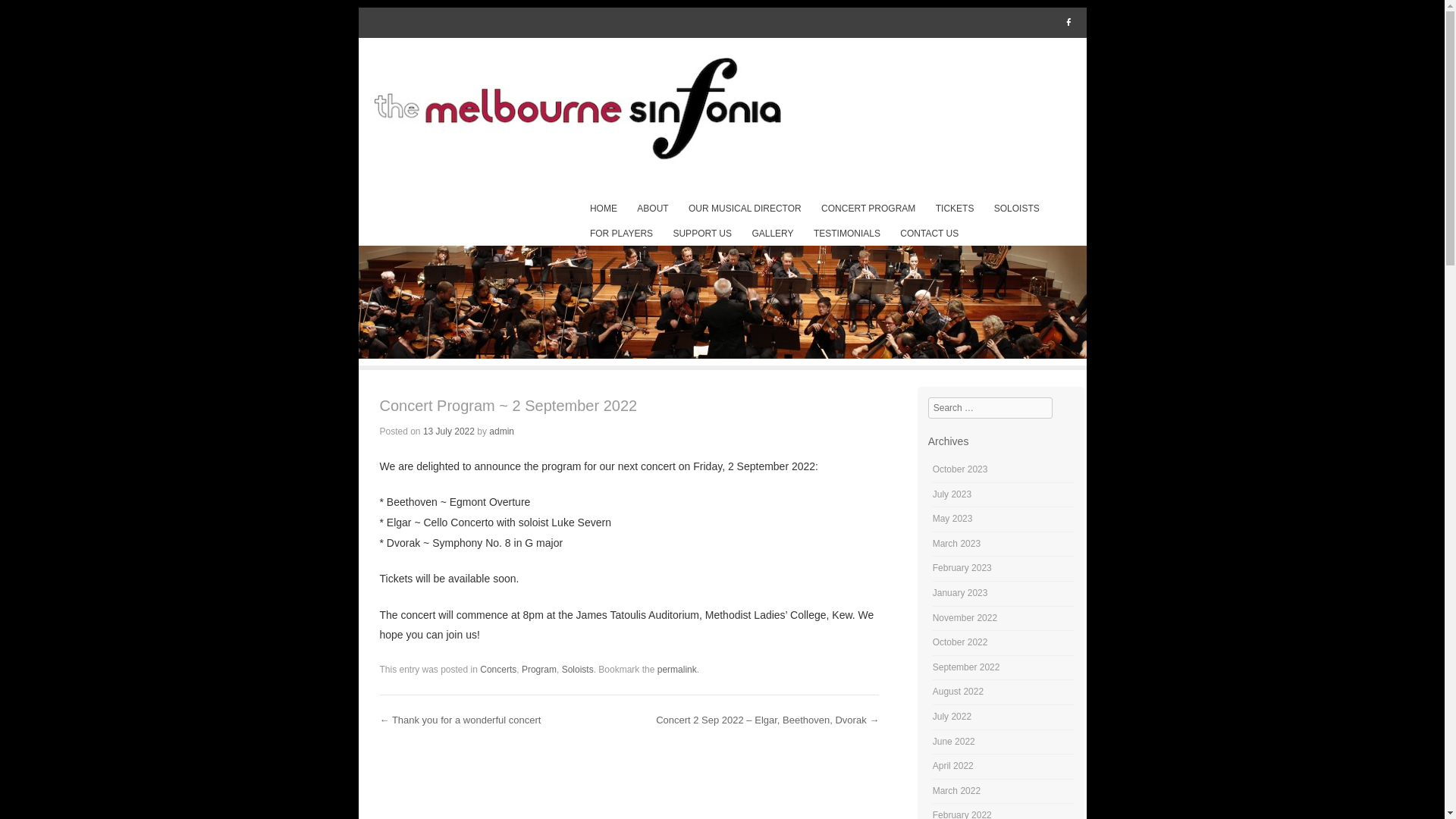 Image resolution: width=1456 pixels, height=819 pixels. What do you see at coordinates (928, 234) in the screenshot?
I see `'CONTACT US'` at bounding box center [928, 234].